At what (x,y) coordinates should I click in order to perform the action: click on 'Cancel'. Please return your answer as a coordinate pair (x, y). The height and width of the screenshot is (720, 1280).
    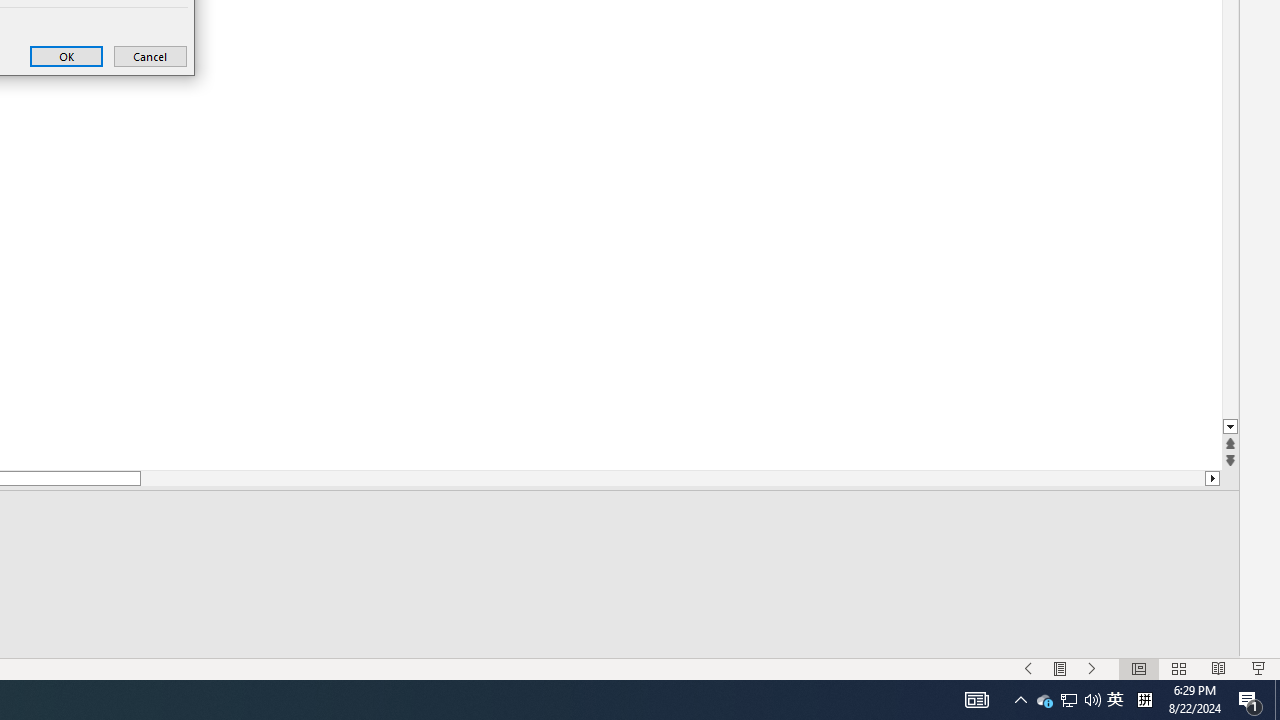
    Looking at the image, I should click on (149, 55).